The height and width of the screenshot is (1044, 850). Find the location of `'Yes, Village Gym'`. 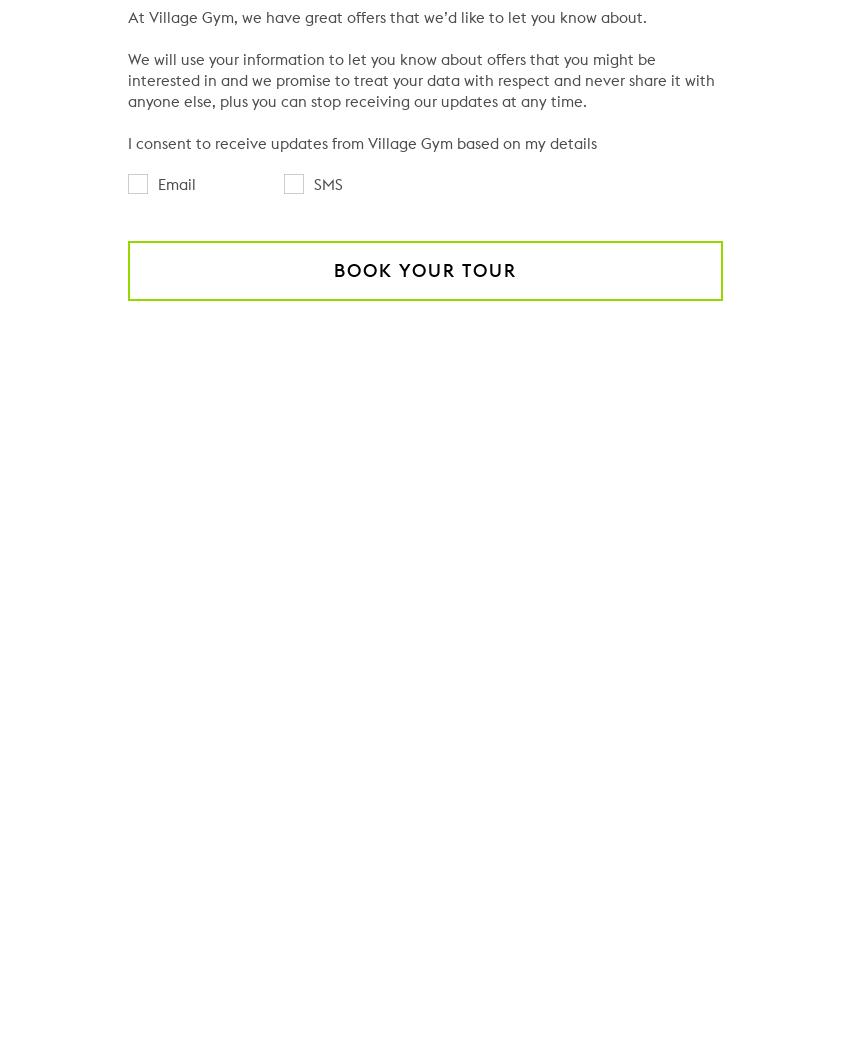

'Yes, Village Gym' is located at coordinates (247, 1030).